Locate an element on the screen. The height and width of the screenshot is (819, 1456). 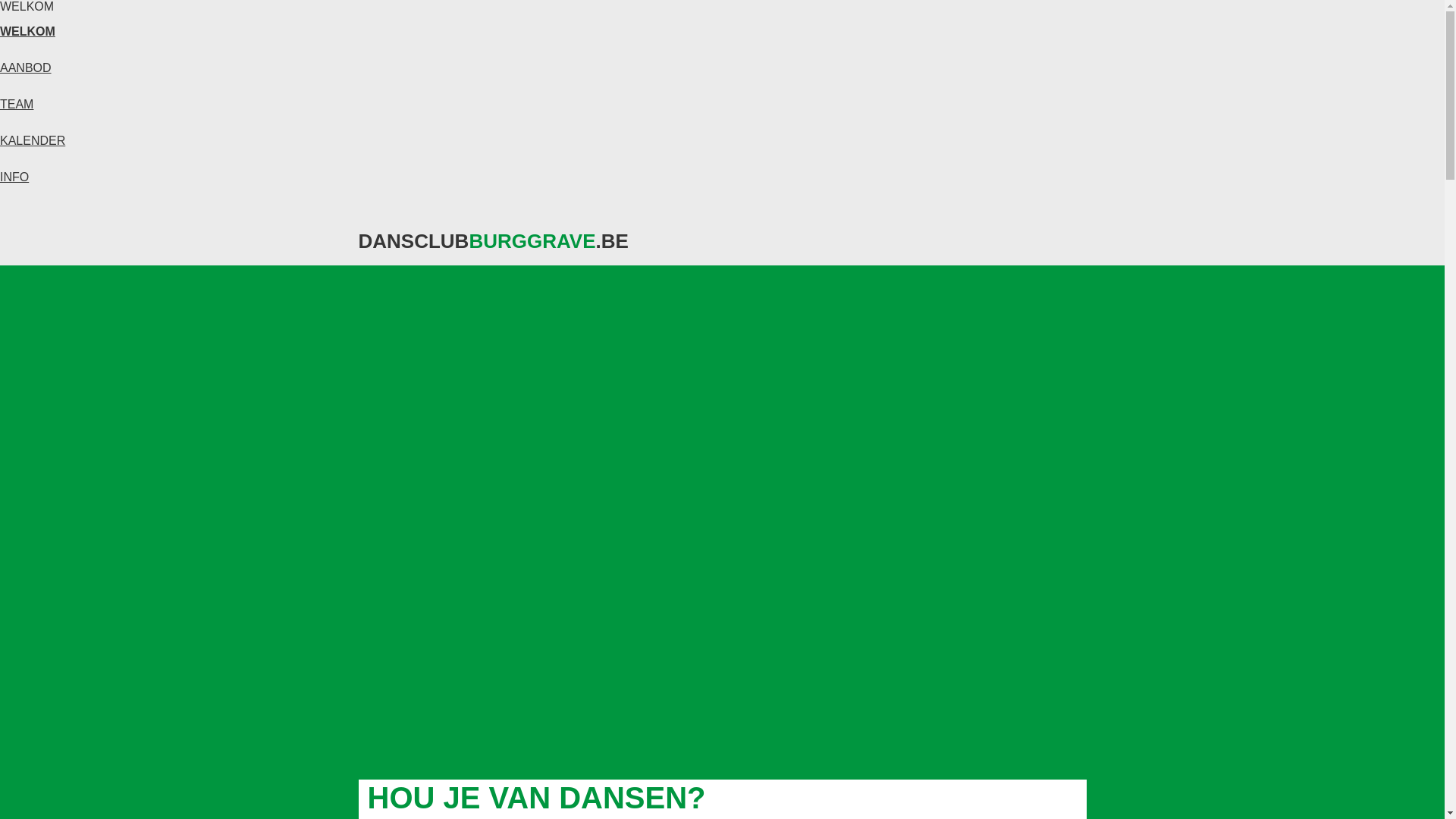
'KALENDER' is located at coordinates (33, 140).